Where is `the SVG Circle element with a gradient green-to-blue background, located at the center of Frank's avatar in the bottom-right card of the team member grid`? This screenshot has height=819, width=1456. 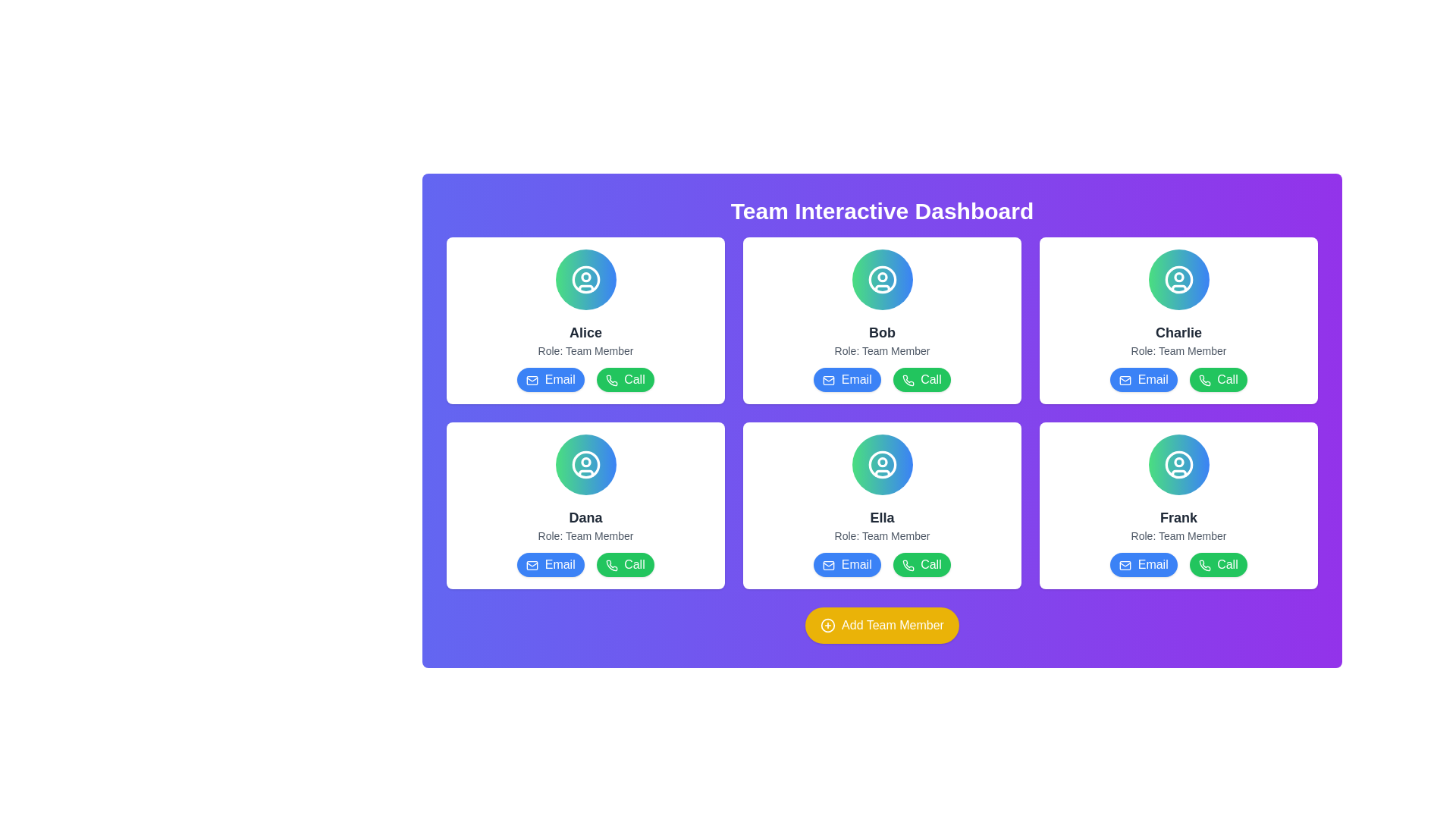 the SVG Circle element with a gradient green-to-blue background, located at the center of Frank's avatar in the bottom-right card of the team member grid is located at coordinates (1178, 464).